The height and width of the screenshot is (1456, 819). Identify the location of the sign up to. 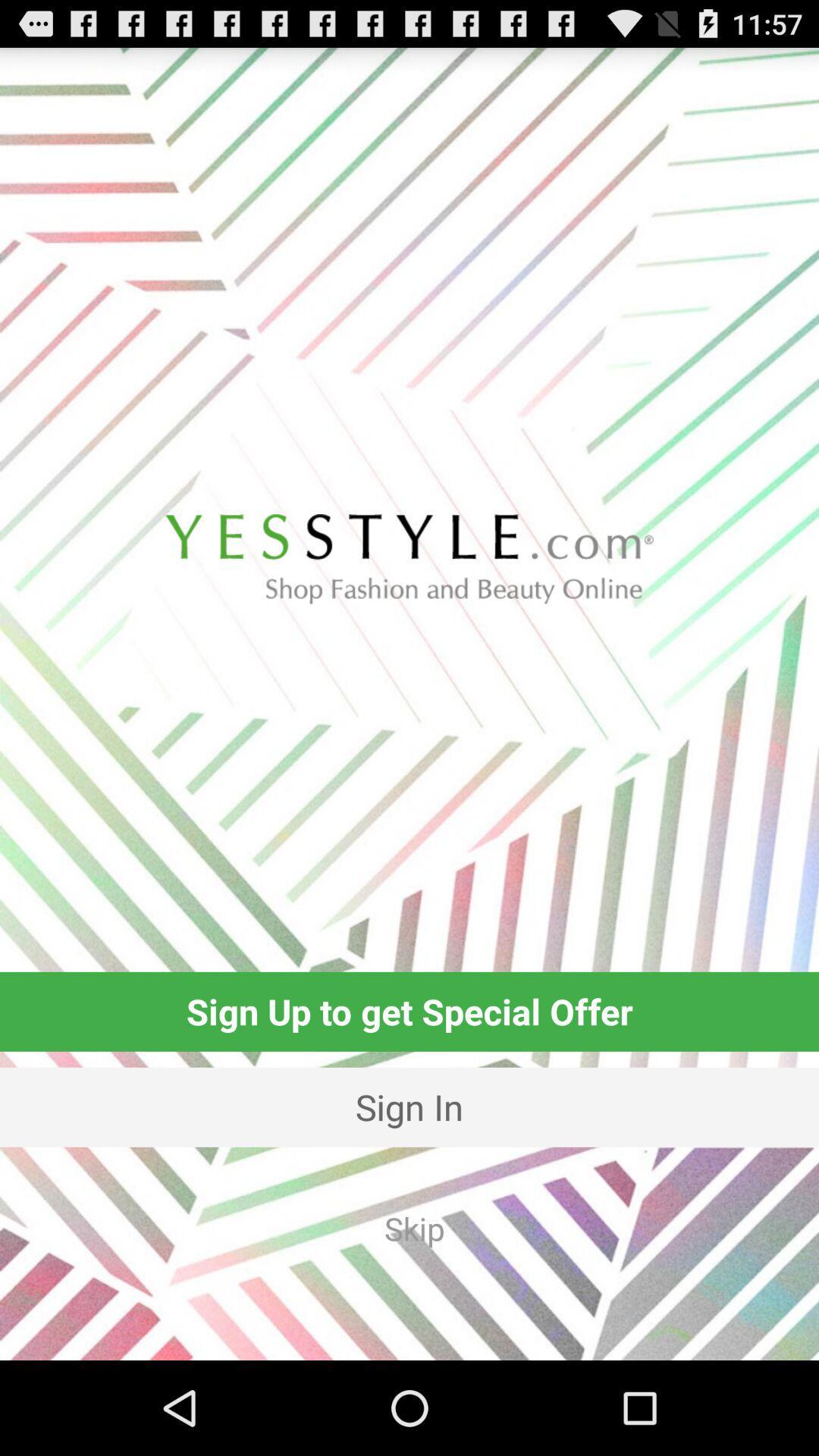
(409, 1012).